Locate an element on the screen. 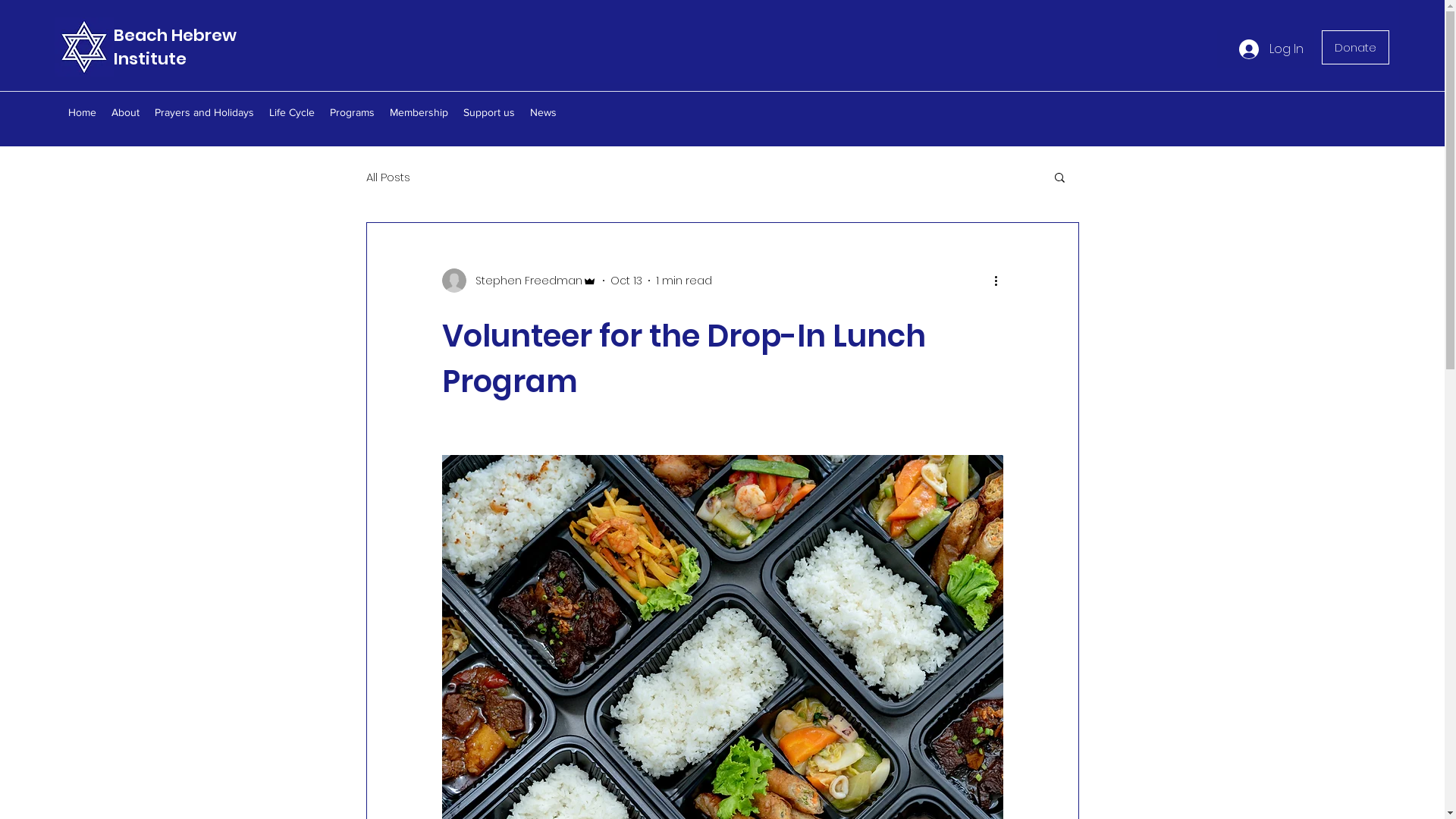 This screenshot has width=1456, height=819. 'Stephen Freedman' is located at coordinates (518, 281).